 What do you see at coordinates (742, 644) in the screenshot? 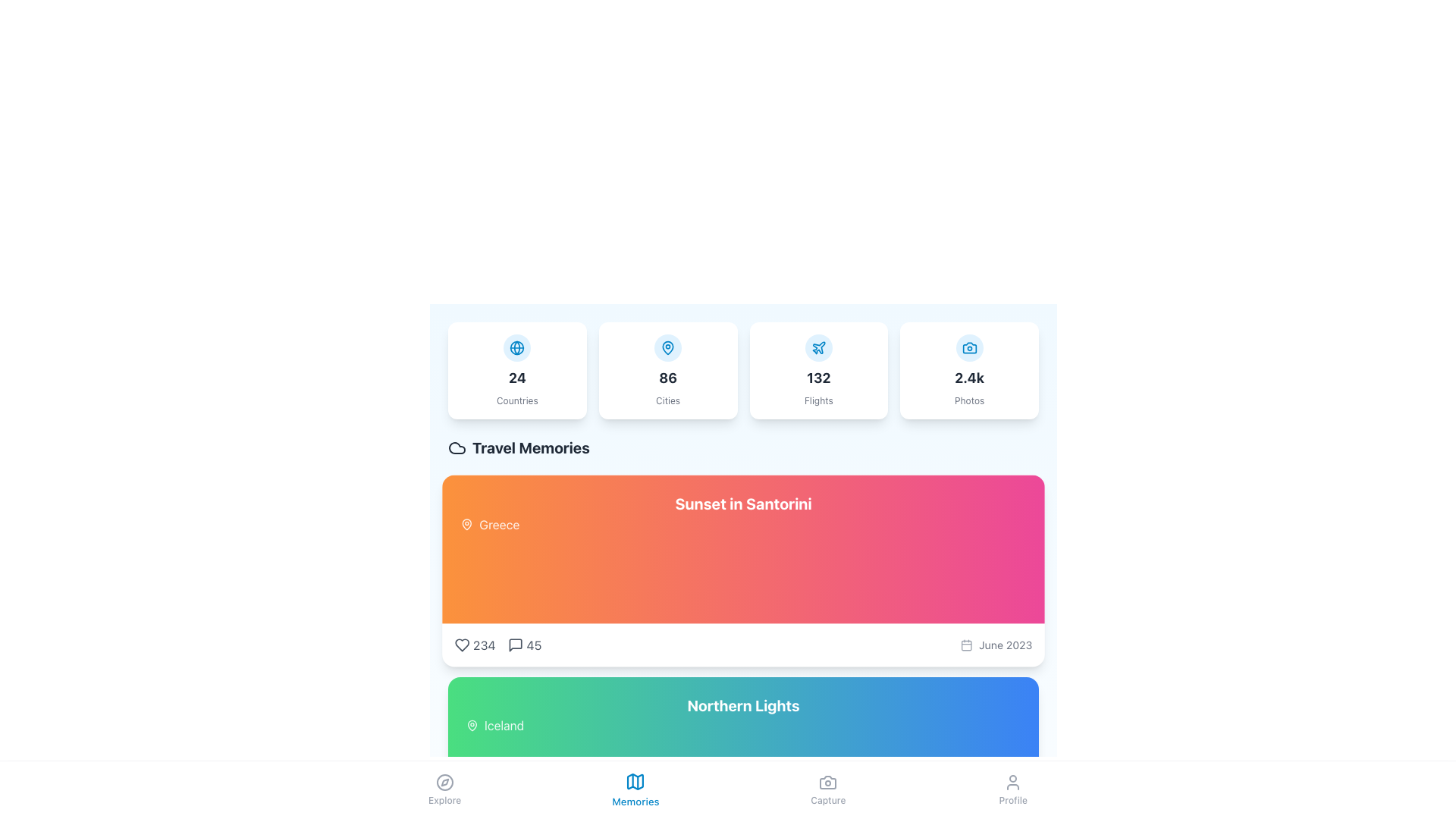
I see `the individual icons for likes or comments located in the Informational display group beneath the title 'Sunset in Santorini' and the location 'Greece'` at bounding box center [742, 644].